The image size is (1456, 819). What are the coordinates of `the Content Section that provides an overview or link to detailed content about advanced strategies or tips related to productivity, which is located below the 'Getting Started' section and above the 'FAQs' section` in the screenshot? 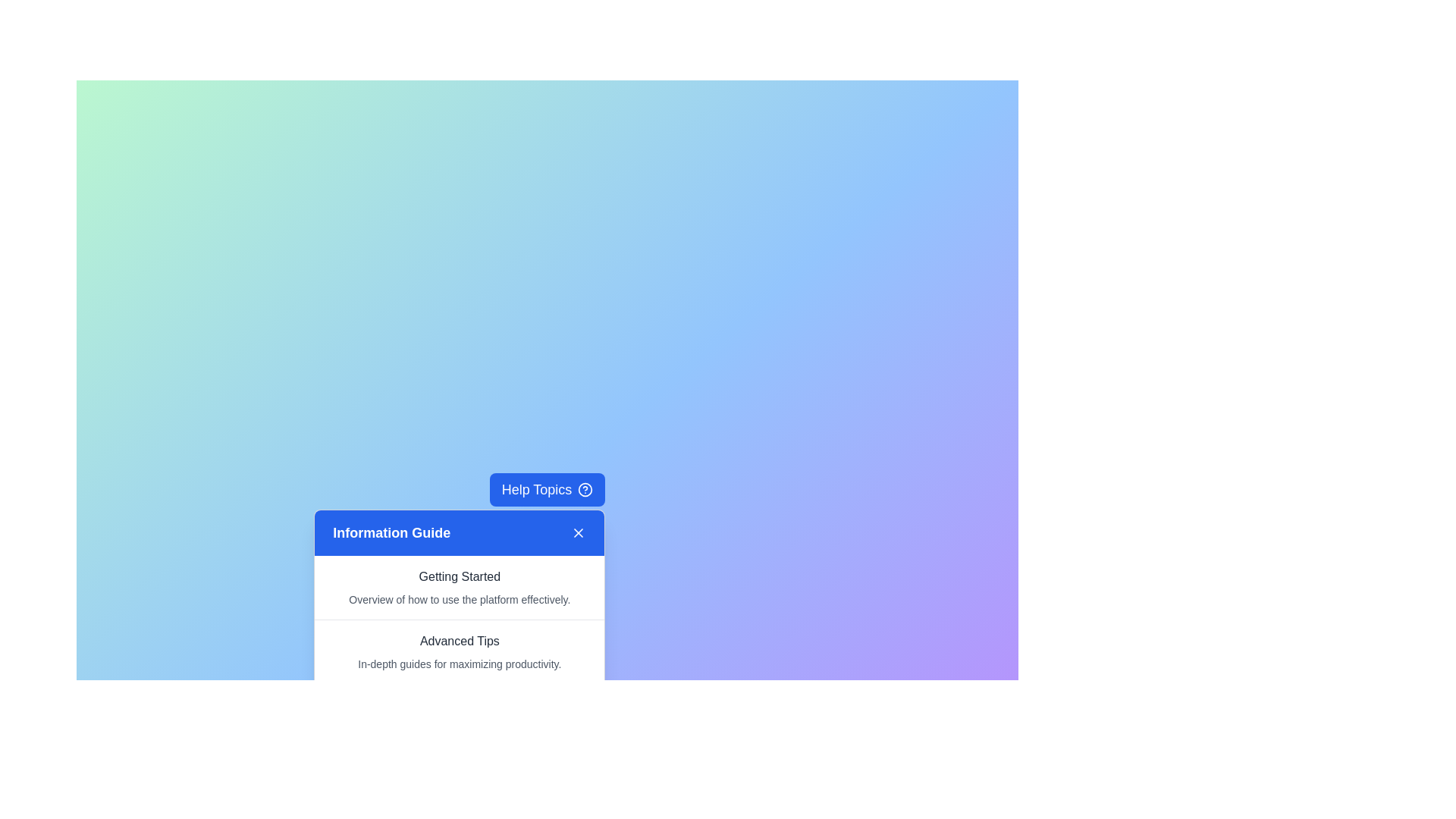 It's located at (459, 651).